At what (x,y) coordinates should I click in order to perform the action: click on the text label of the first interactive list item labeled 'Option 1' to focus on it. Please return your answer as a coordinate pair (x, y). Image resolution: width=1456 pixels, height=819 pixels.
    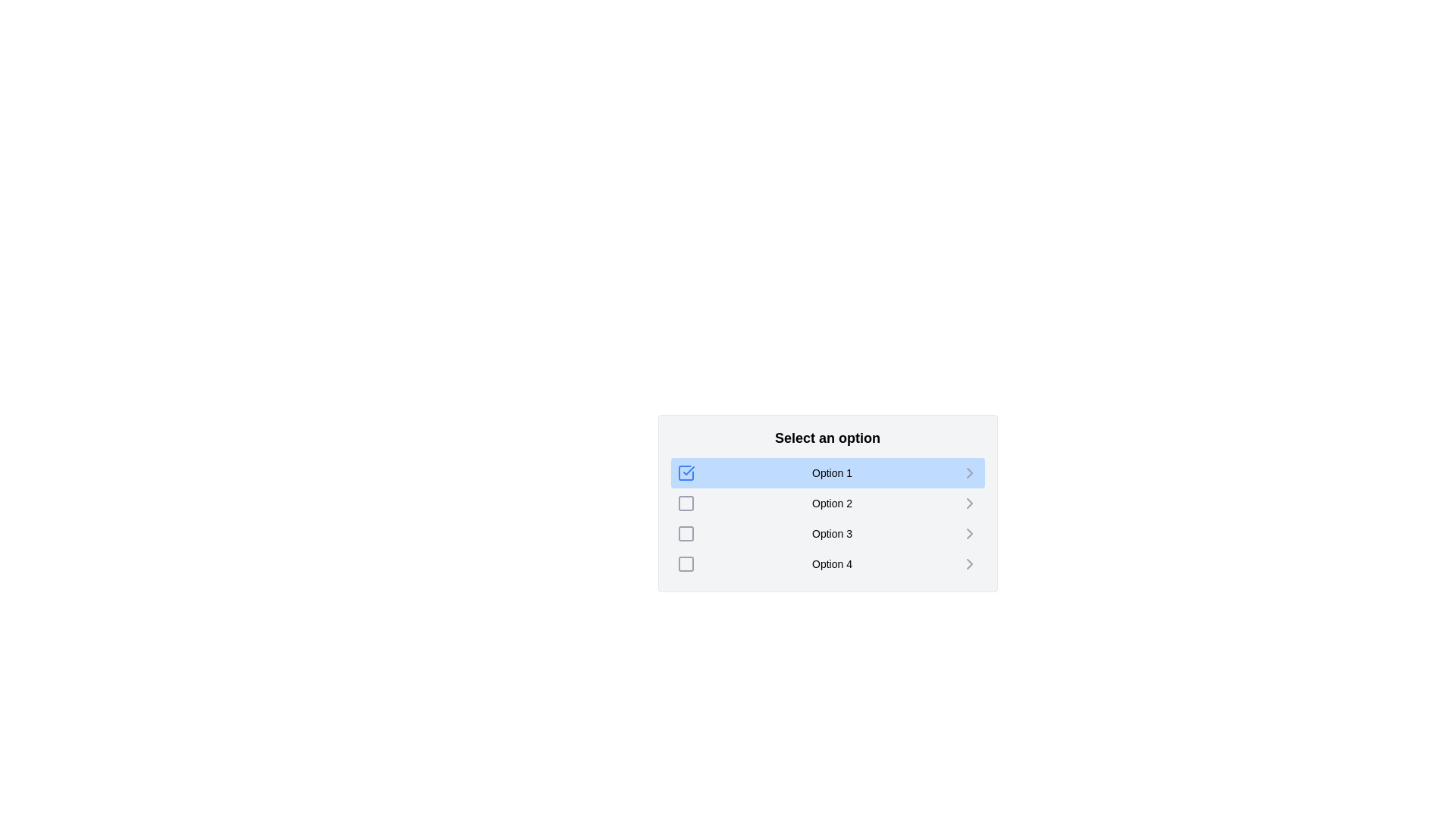
    Looking at the image, I should click on (827, 472).